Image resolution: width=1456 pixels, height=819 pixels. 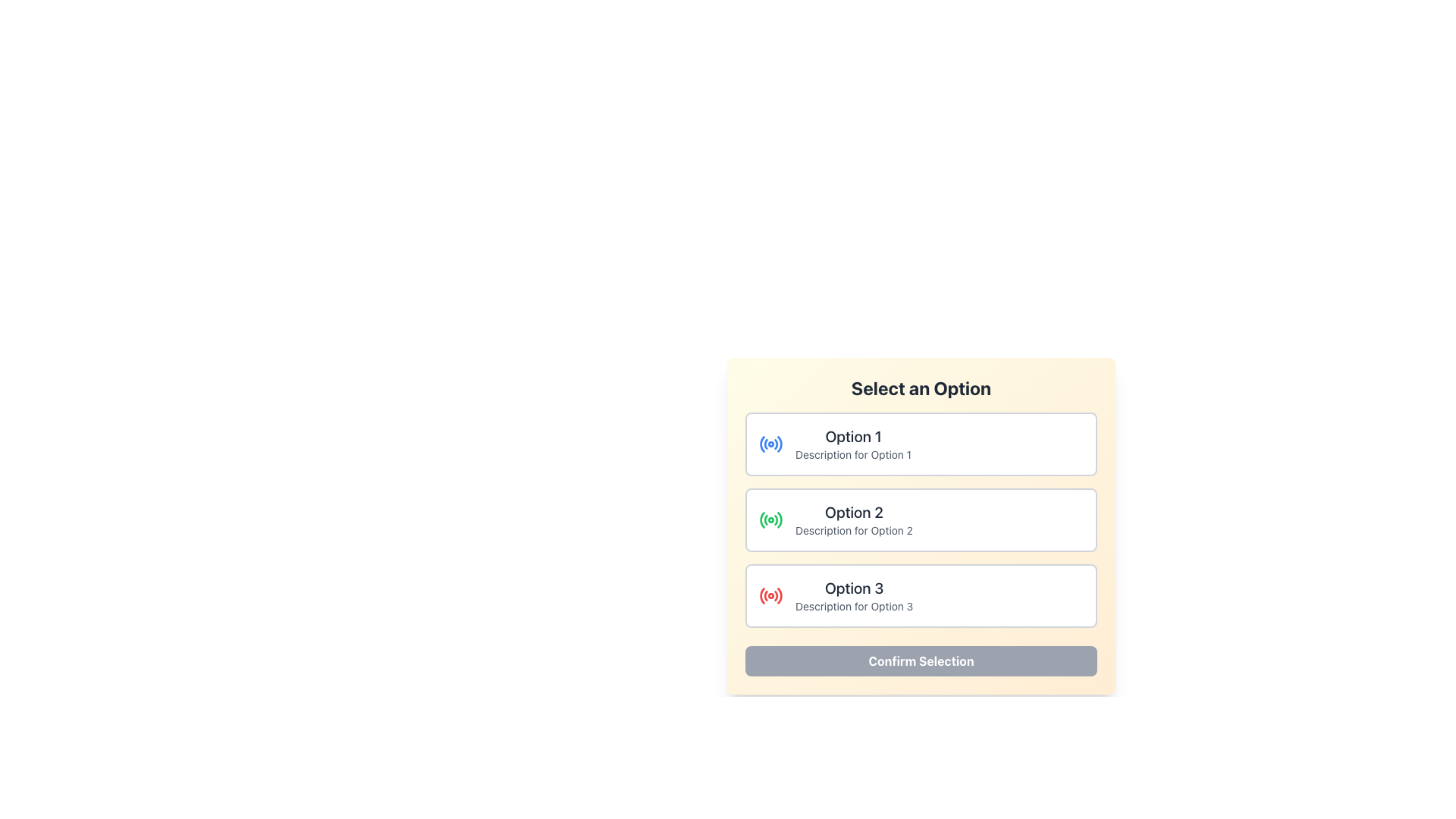 I want to click on the text label reading 'Description for Option 3', which is located directly under the 'Option 3' heading in the third section of a group of options, so click(x=854, y=605).